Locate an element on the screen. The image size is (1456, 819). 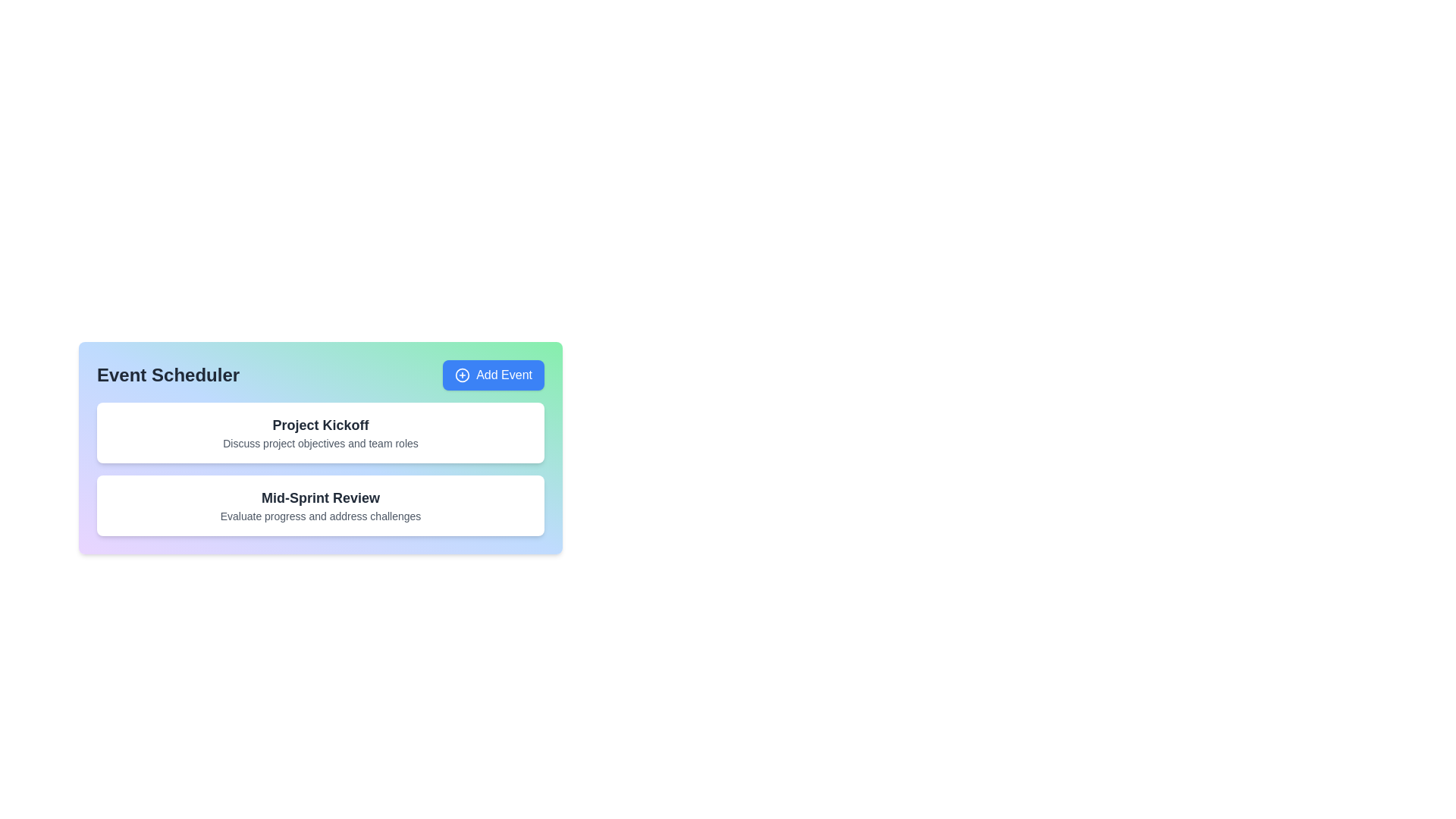
the Icon (Circle with a cross) located inside the 'Add Event' button, which has a blue background and rounded corners, positioned in the top-right corner of the 'Event Scheduler' panel is located at coordinates (462, 375).